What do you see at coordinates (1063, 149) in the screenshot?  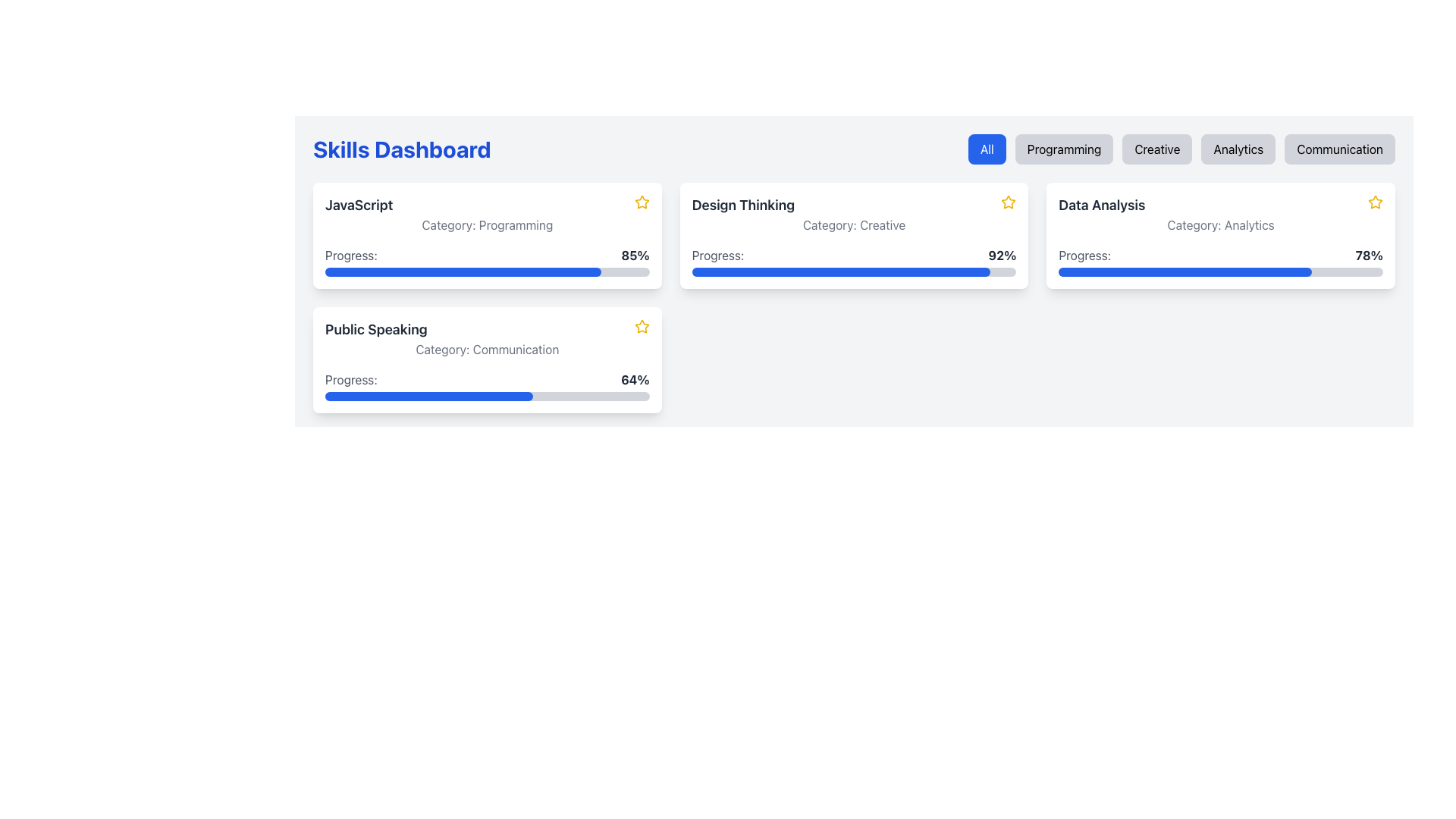 I see `the 'Programming' button, which is the second button from the left in a horizontal group of five buttons, to filter content` at bounding box center [1063, 149].